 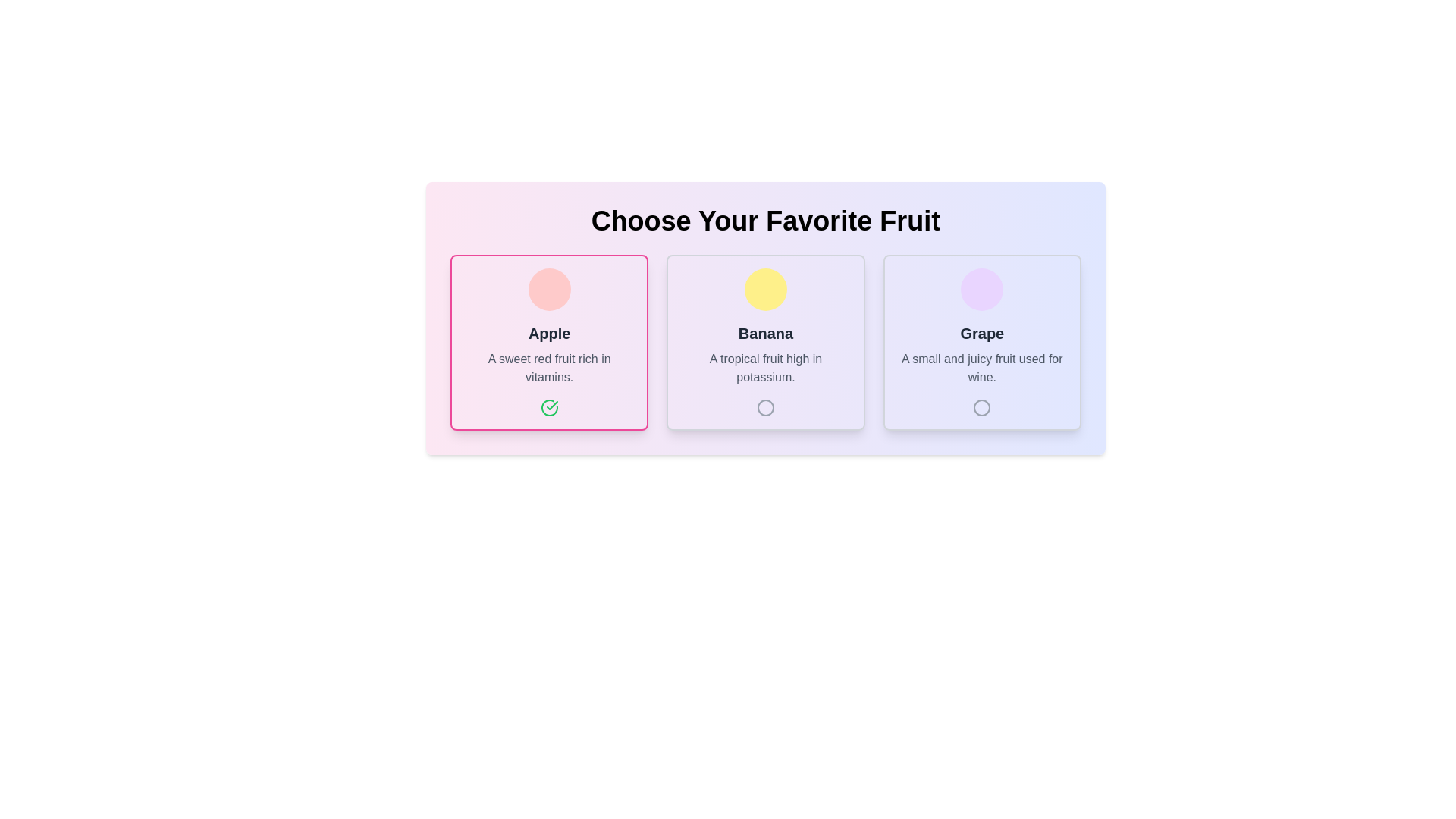 I want to click on the circular indicator icon located at the bottom center of the 'Grape' card, which is the third card in the row of fruit cards, so click(x=982, y=406).